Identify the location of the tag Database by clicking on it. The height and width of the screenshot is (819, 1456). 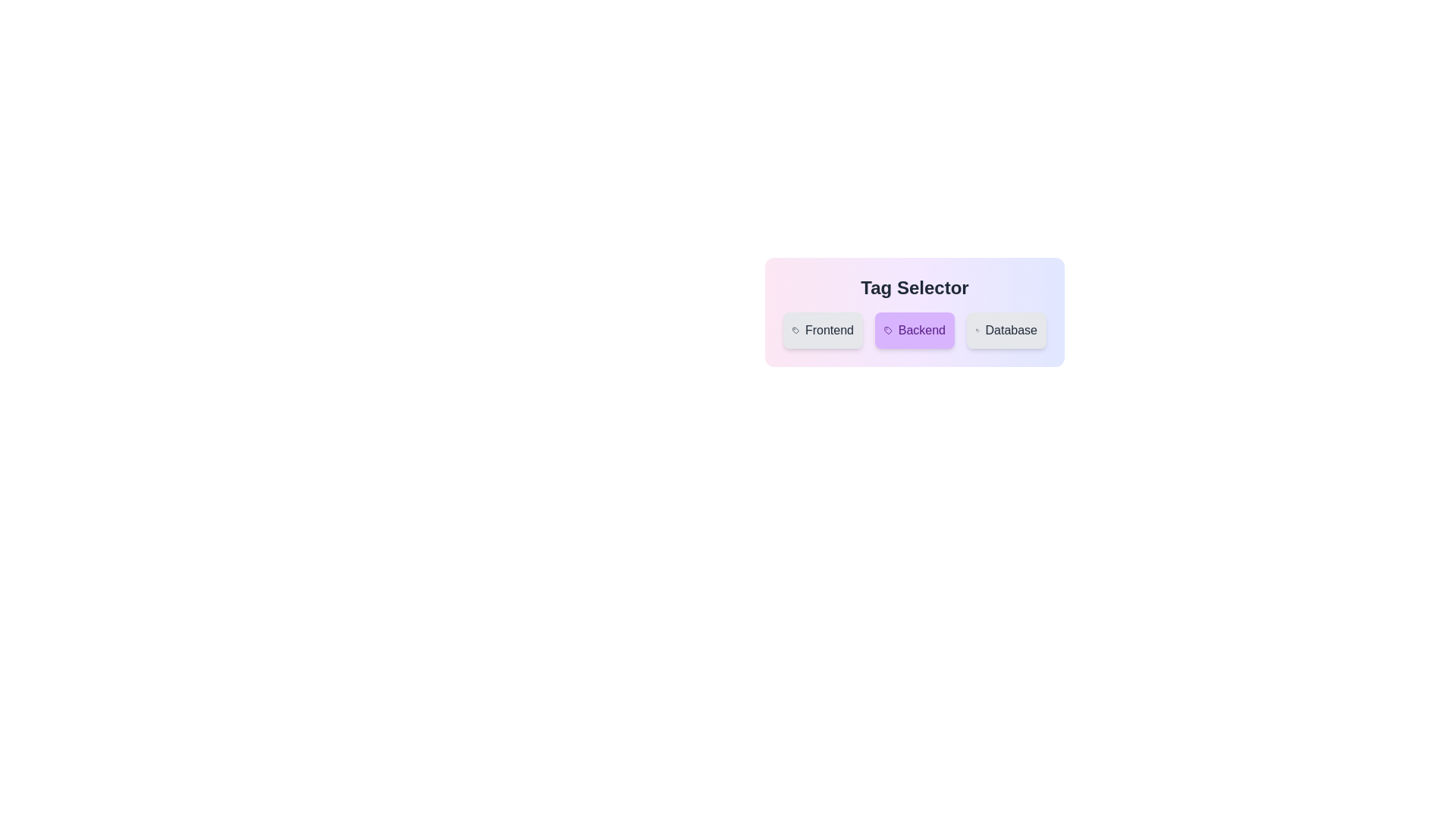
(1006, 329).